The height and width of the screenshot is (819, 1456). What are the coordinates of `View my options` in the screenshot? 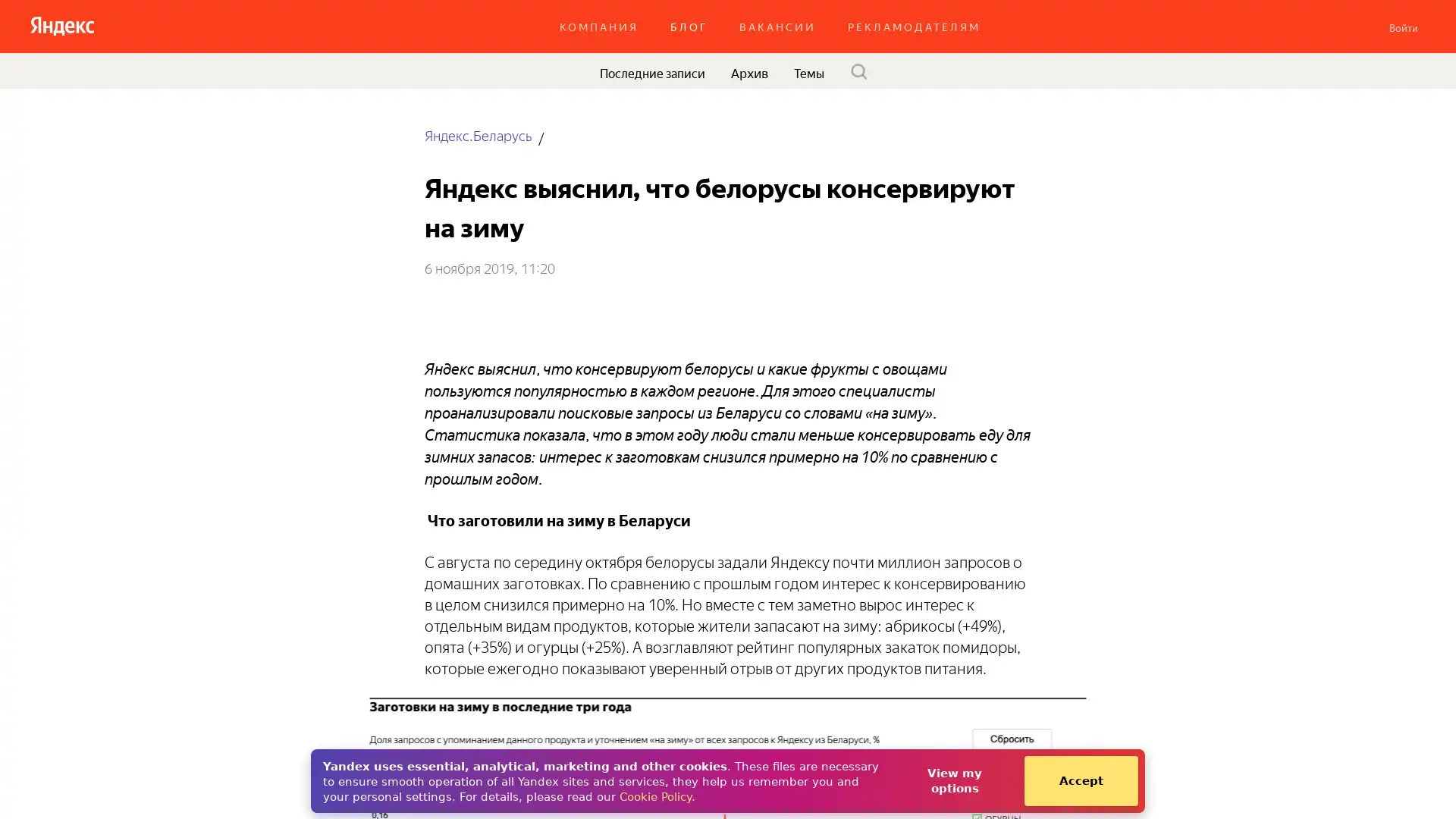 It's located at (953, 780).